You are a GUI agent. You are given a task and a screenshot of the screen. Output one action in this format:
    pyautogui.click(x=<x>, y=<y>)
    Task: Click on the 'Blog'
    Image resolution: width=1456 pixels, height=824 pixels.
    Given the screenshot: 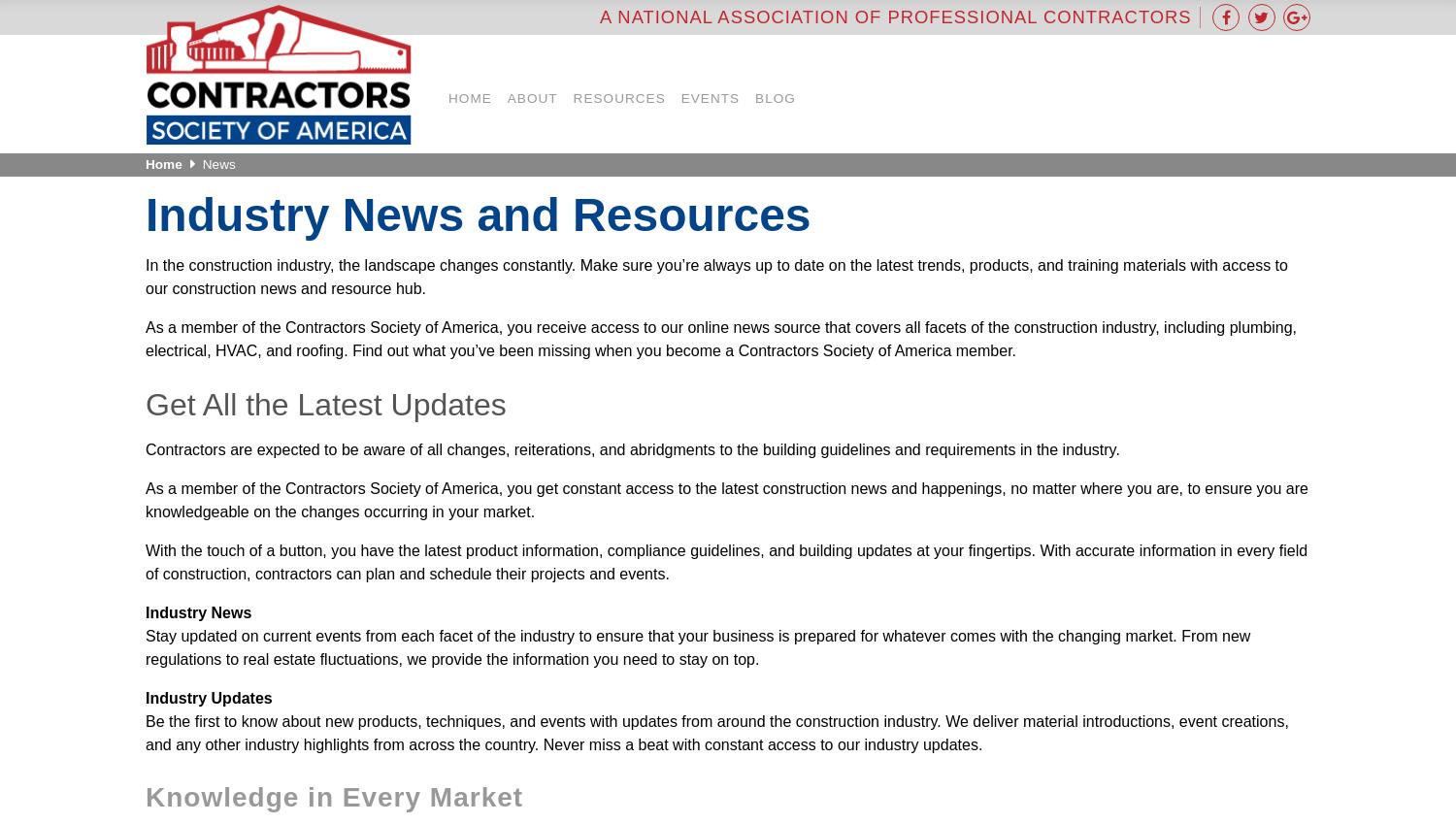 What is the action you would take?
    pyautogui.click(x=775, y=96)
    